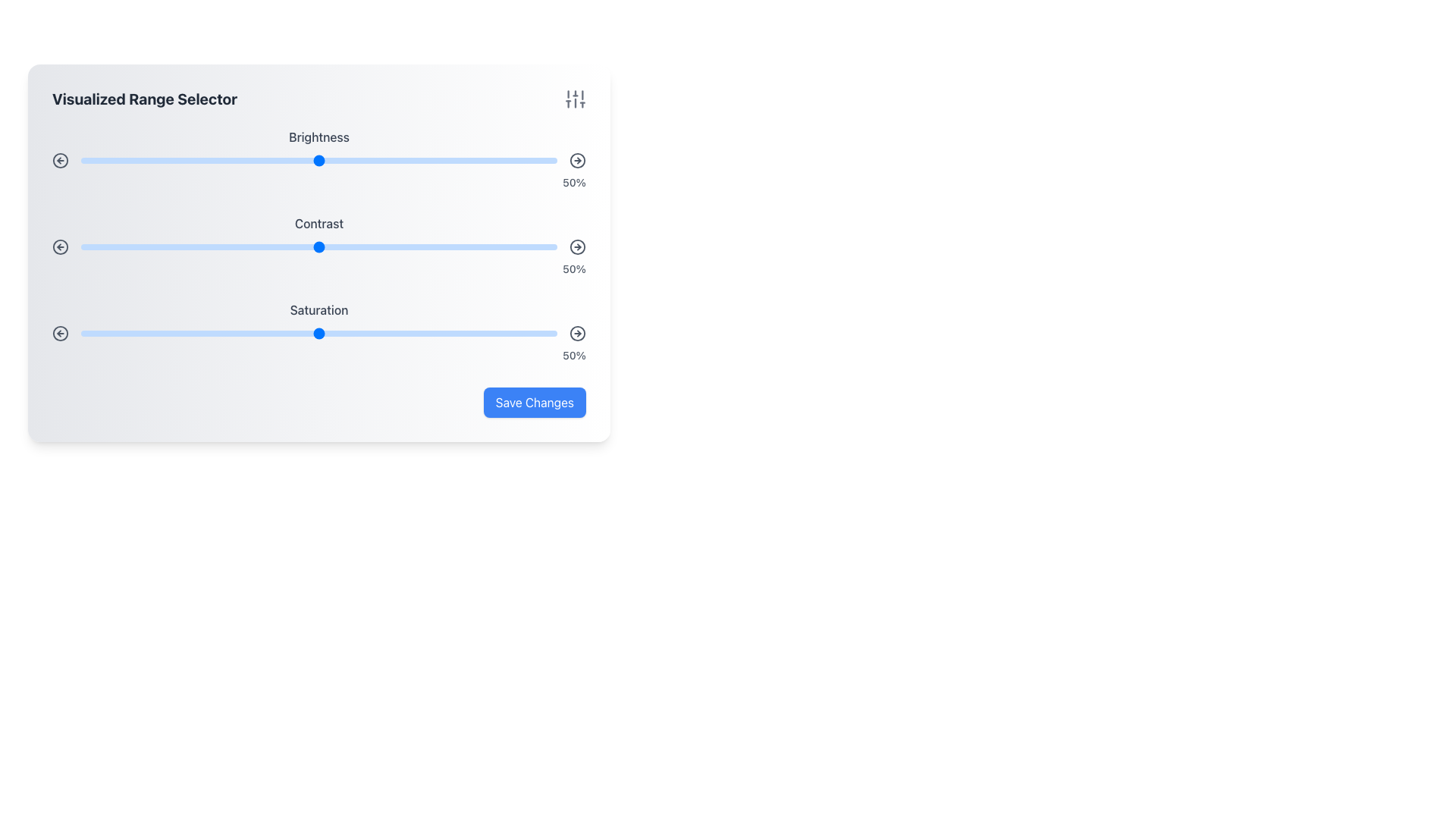 The image size is (1456, 819). What do you see at coordinates (237, 246) in the screenshot?
I see `contrast` at bounding box center [237, 246].